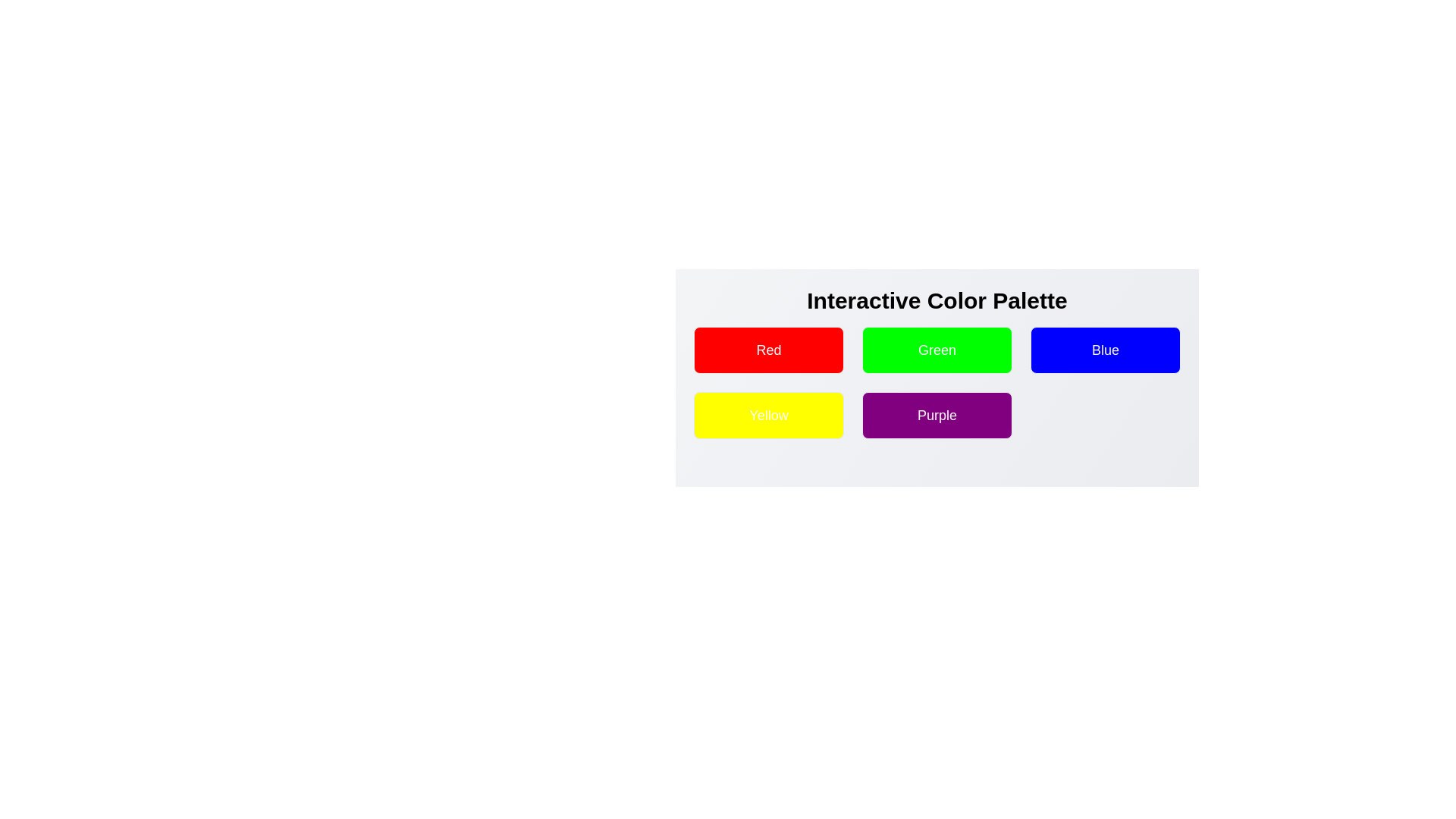  What do you see at coordinates (937, 350) in the screenshot?
I see `the 'Green' label in the Interactive Color Palette, which is the second button in its row, located between the 'Red' and 'Blue' buttons` at bounding box center [937, 350].